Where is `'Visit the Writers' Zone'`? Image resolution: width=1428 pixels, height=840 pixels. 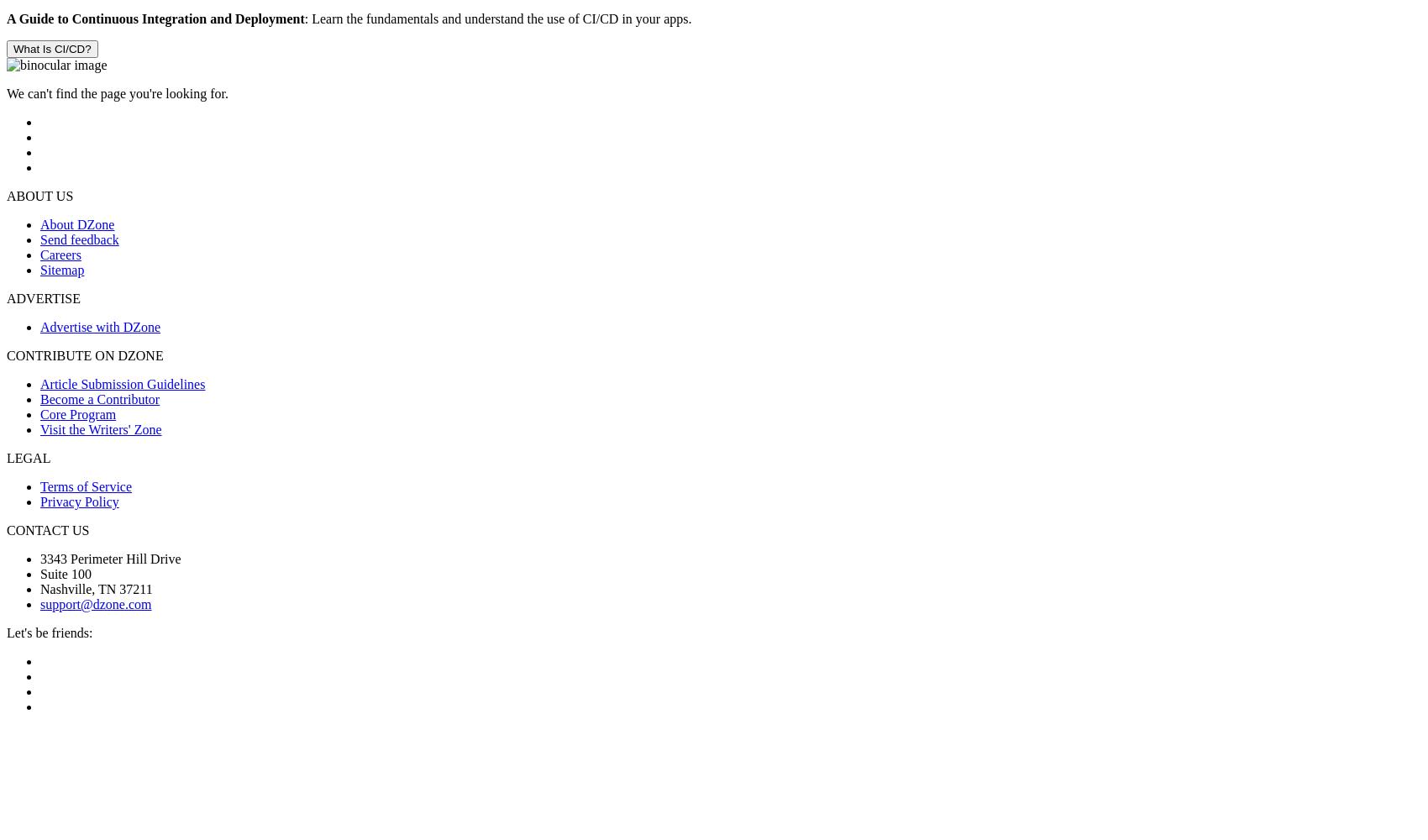
'Visit the Writers' Zone' is located at coordinates (39, 429).